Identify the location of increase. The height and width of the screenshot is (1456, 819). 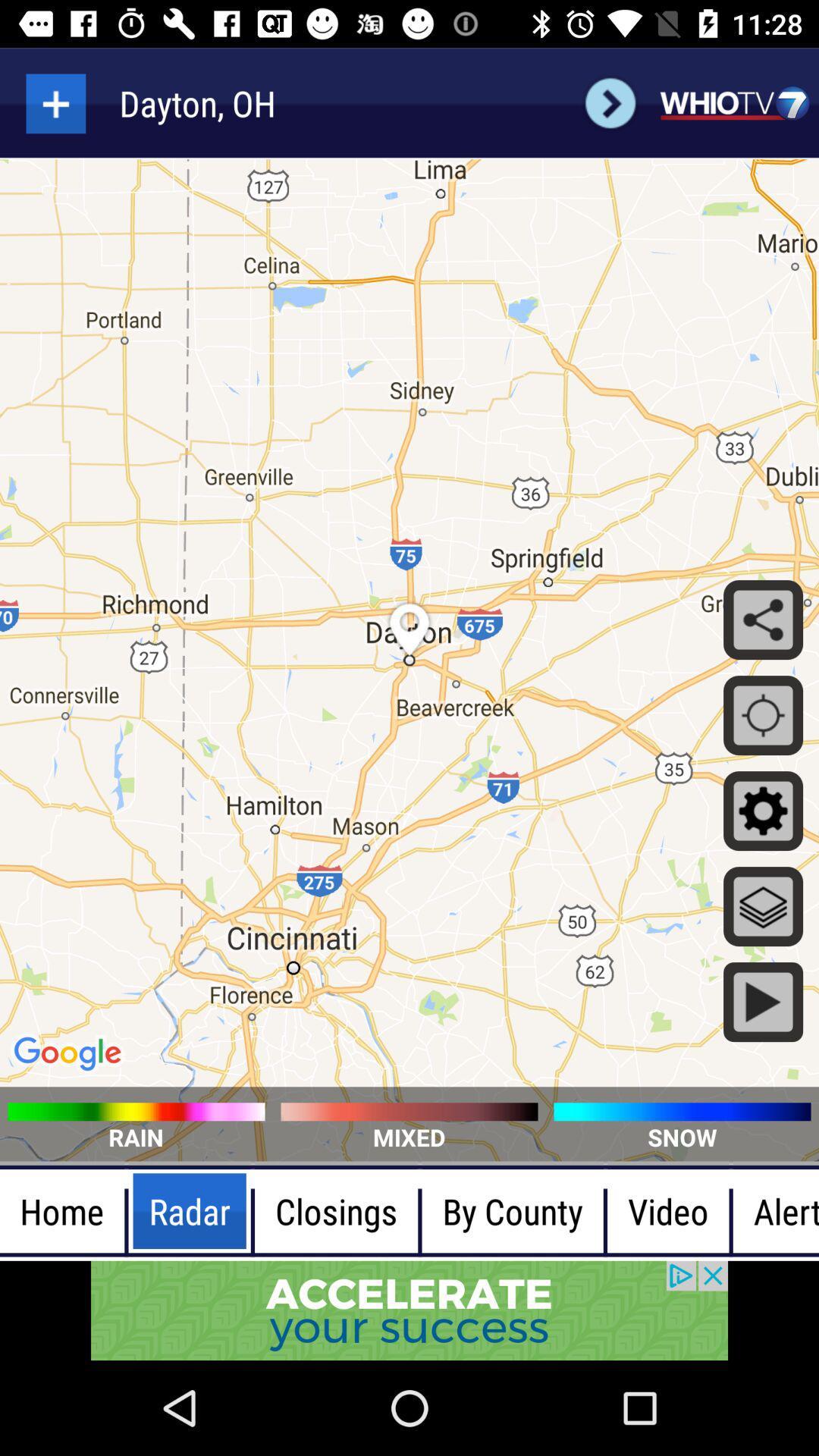
(55, 102).